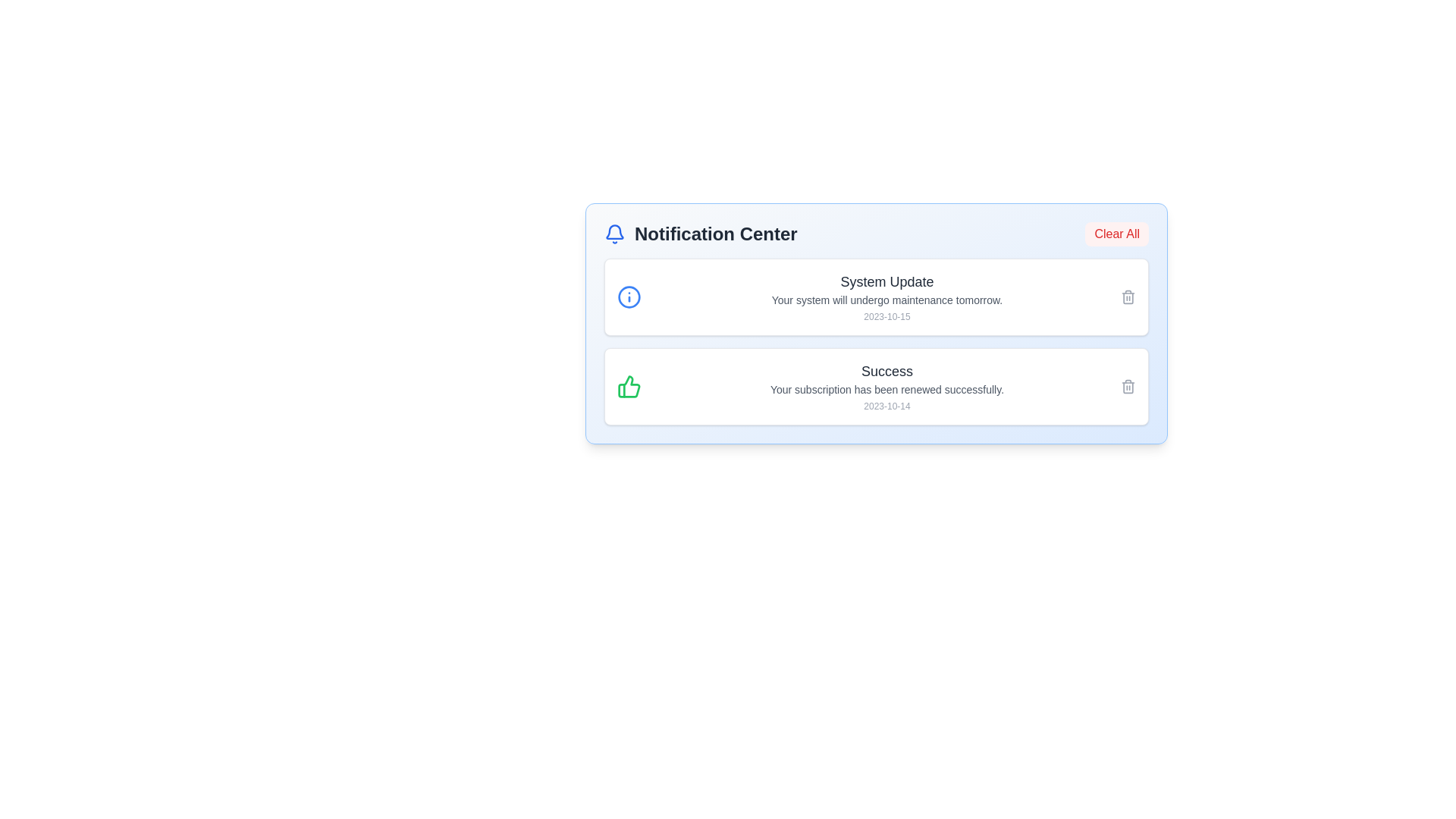  What do you see at coordinates (615, 234) in the screenshot?
I see `the blue bell icon representing notifications, located in the header of the notification panel, to interact with it` at bounding box center [615, 234].